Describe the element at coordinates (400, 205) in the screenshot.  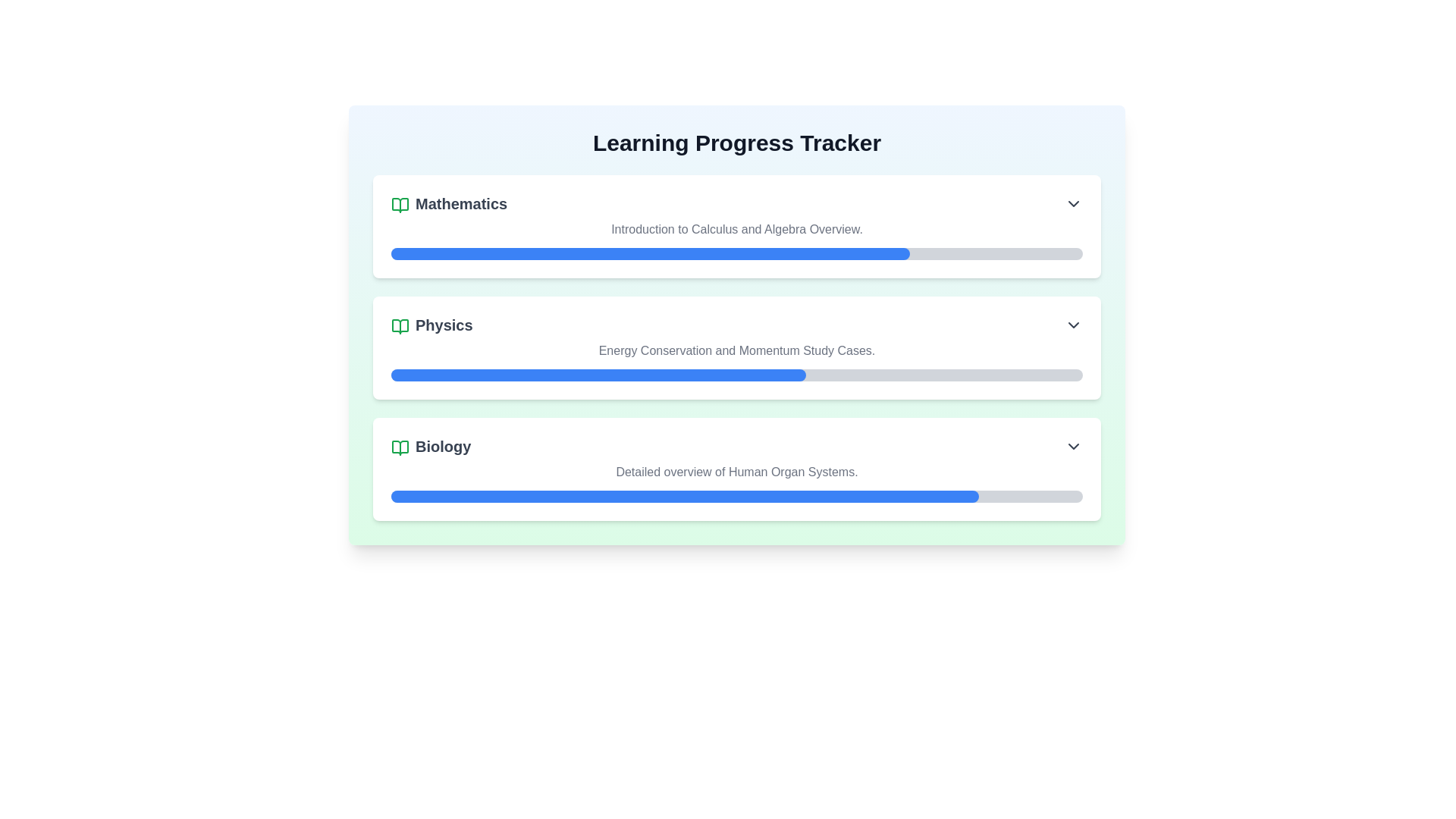
I see `the left half of the open book icon located next to the 'Mathematics' text label to trigger a tooltip or highlight` at that location.